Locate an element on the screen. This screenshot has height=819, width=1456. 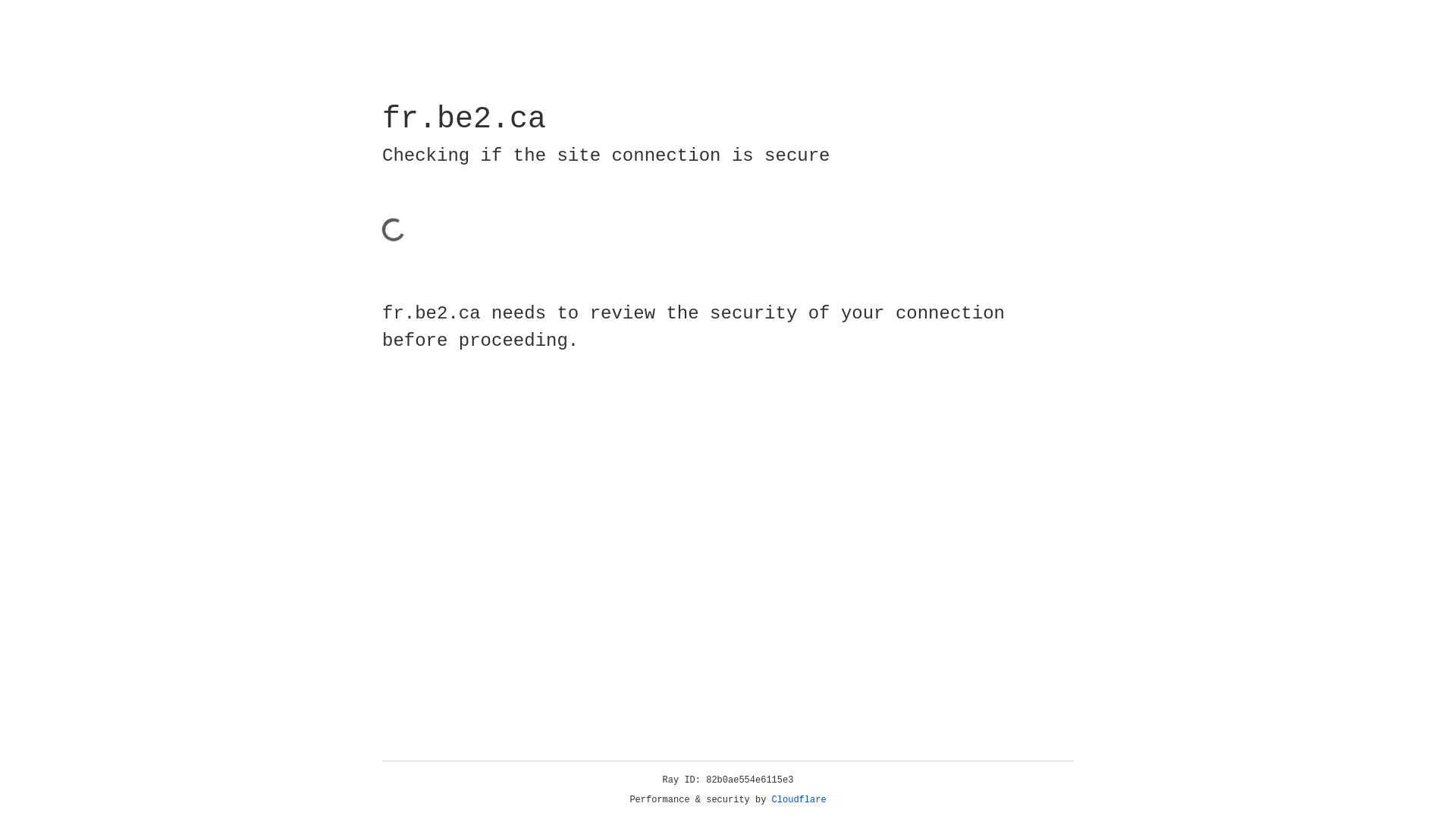
'Cloudflare' is located at coordinates (799, 799).